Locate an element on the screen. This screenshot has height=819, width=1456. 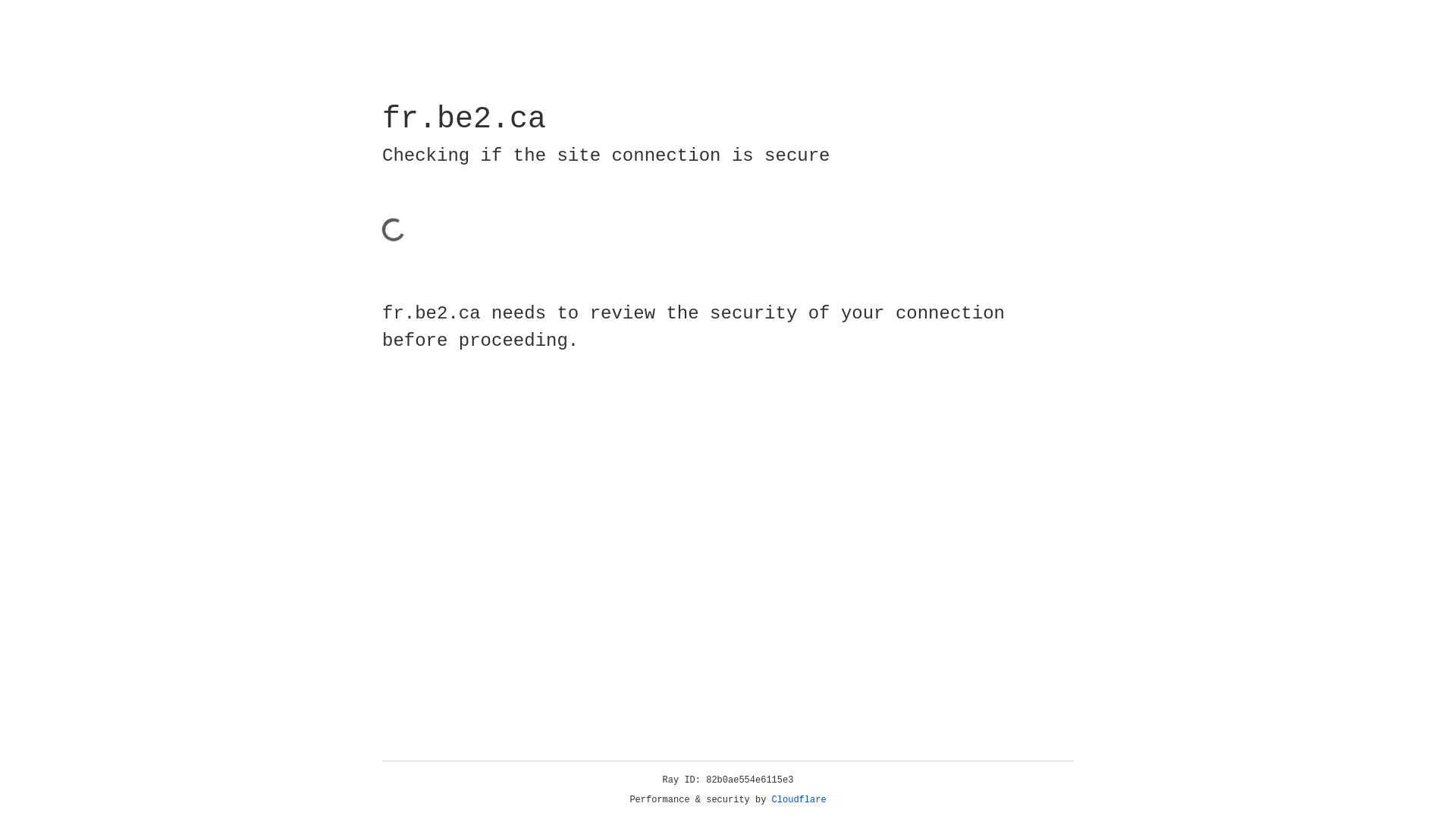
'Cloudflare' is located at coordinates (799, 799).